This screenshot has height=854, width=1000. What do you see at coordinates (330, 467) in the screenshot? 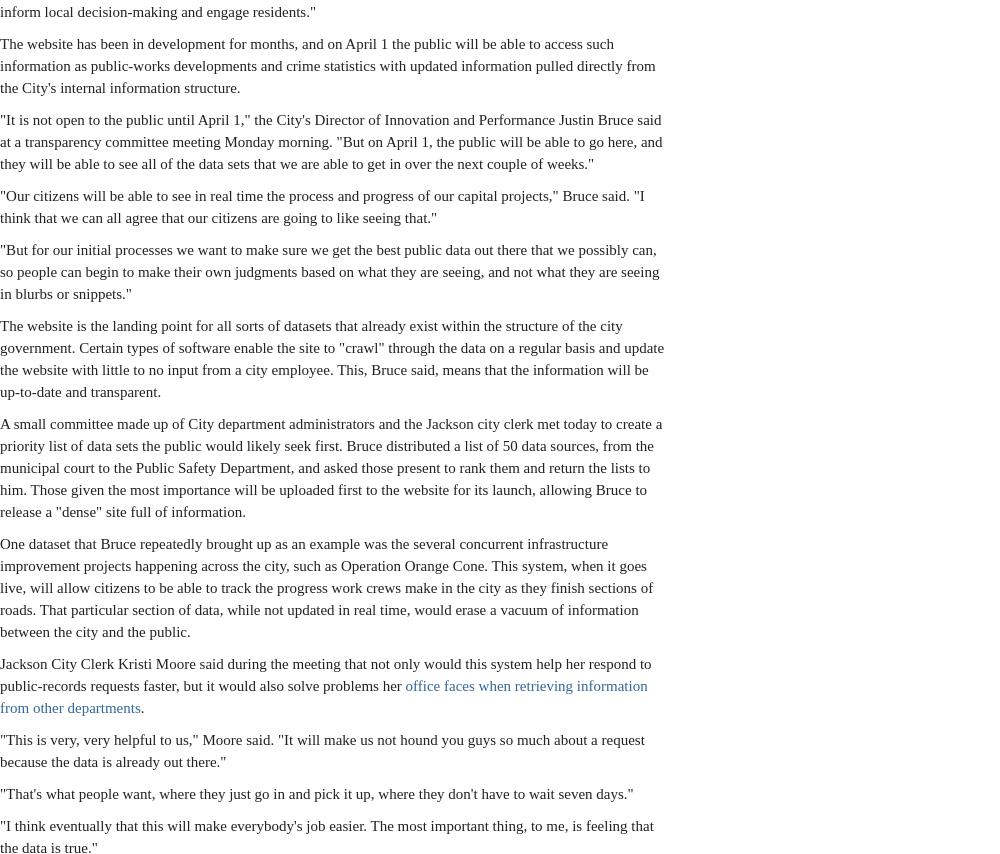
I see `'A small committee made up of City department administrators and the Jackson city clerk met today to create a priority list of data sets the public would likely seek first. Bruce distributed a list of 50 data sources, from the municipal court to the Public Safety Department, and asked those present to rank them and return the lists to him. Those given the most importance will be uploaded first to the website for its launch, allowing Bruce to release a "dense" site full of information.'` at bounding box center [330, 467].